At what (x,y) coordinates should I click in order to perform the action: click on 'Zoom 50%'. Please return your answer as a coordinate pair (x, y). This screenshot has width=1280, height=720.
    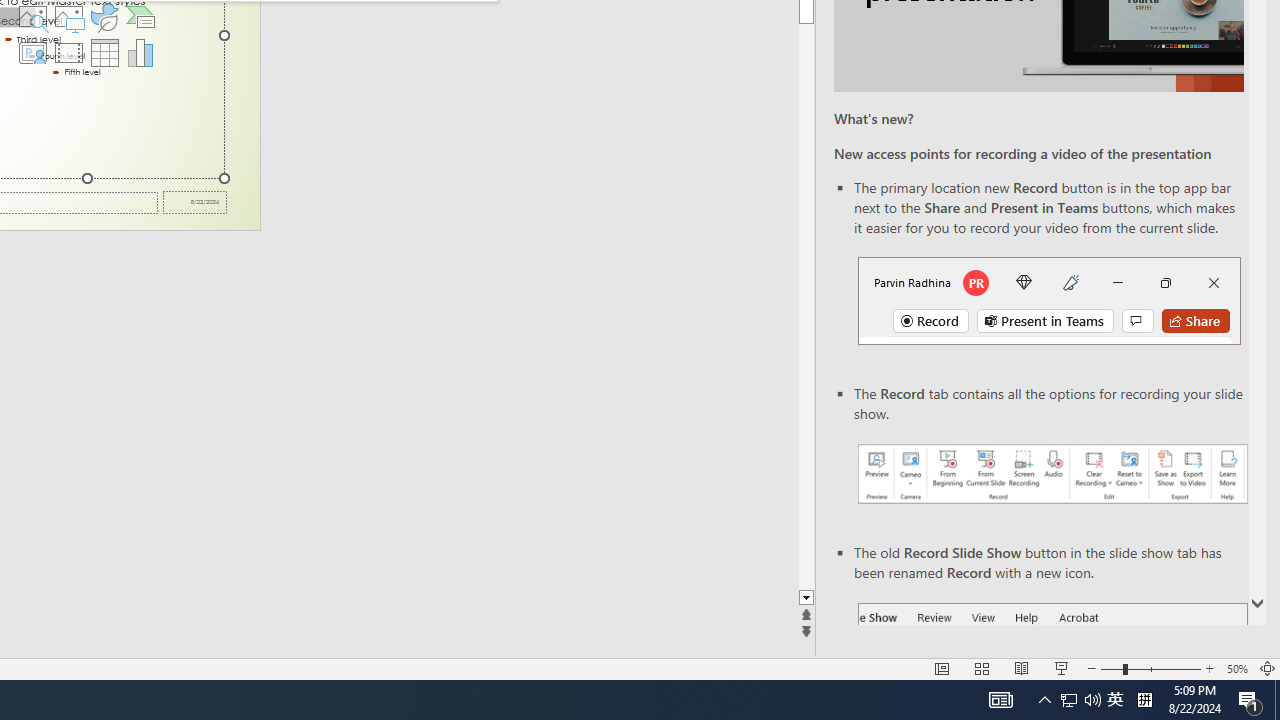
    Looking at the image, I should click on (1236, 669).